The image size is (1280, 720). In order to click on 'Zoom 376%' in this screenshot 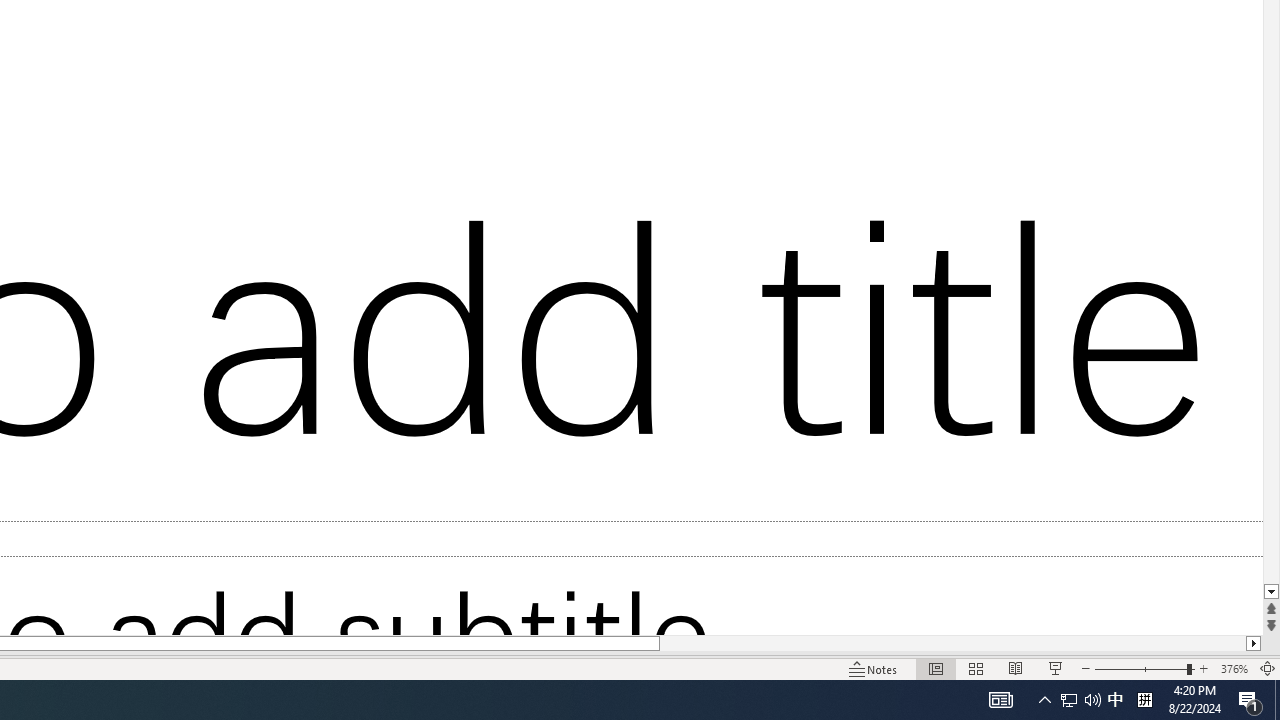, I will do `click(1233, 669)`.